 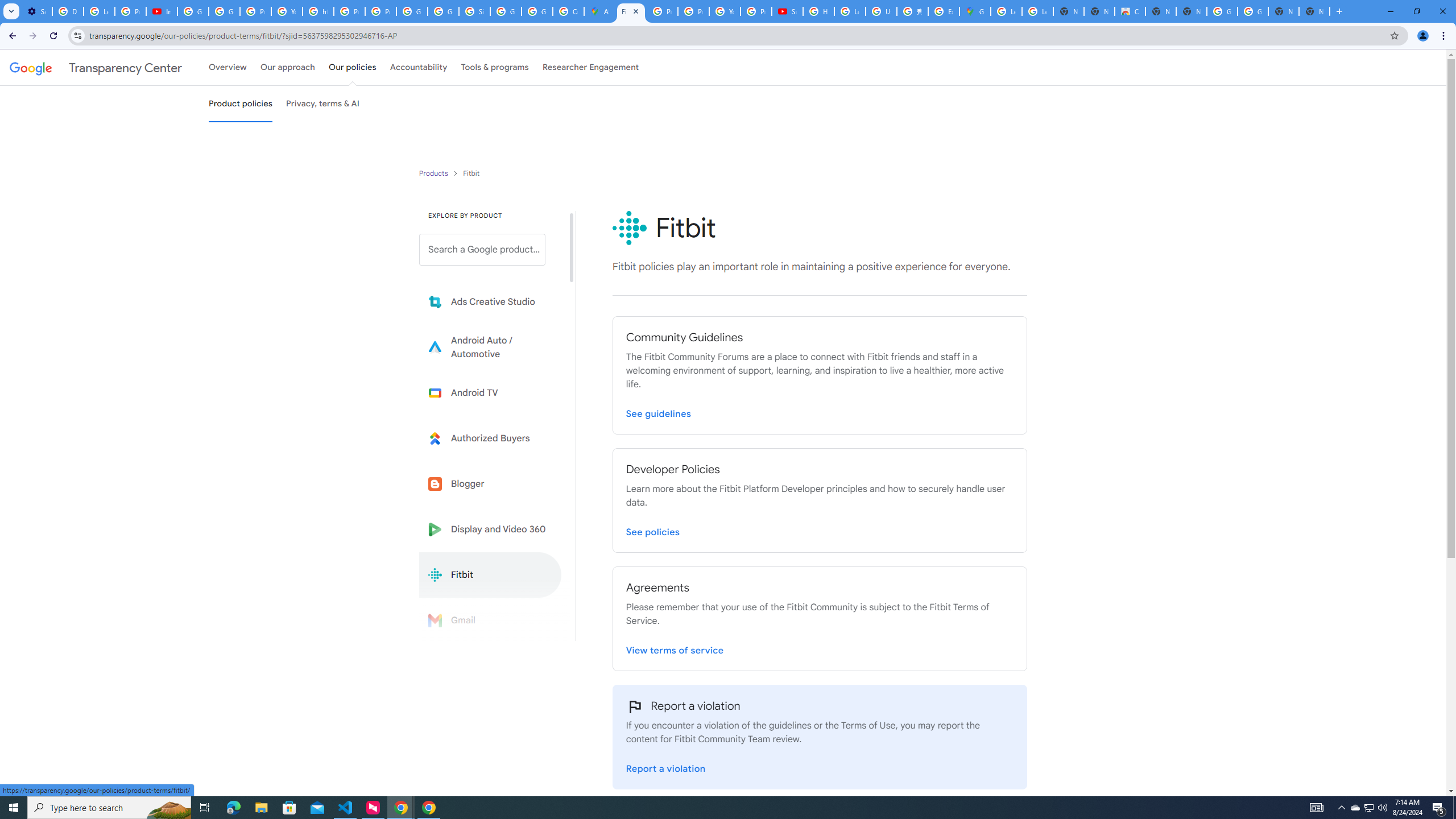 What do you see at coordinates (95, 67) in the screenshot?
I see `'Transparency Center'` at bounding box center [95, 67].